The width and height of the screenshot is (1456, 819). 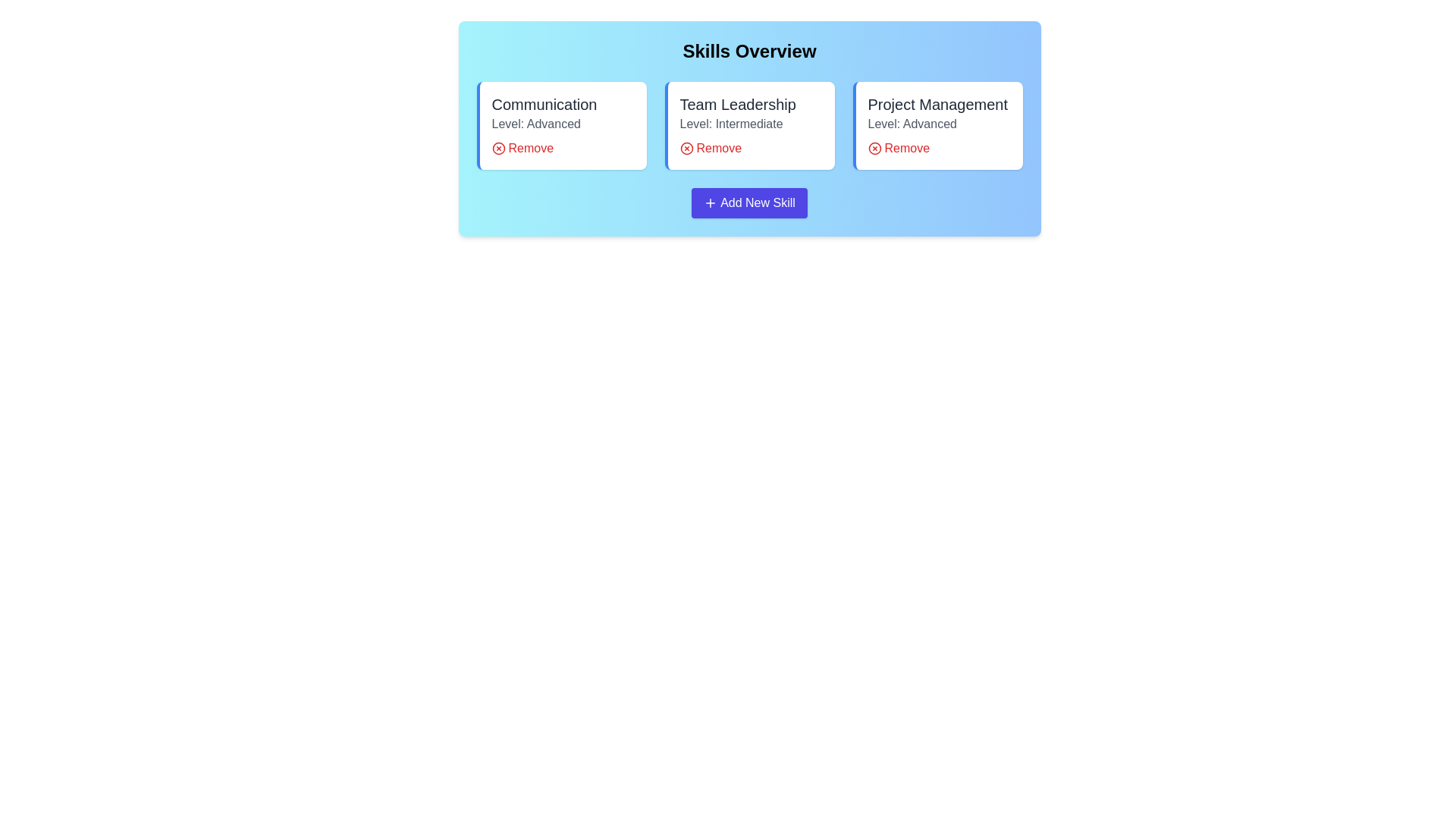 I want to click on the 'Skills Overview' heading, so click(x=749, y=51).